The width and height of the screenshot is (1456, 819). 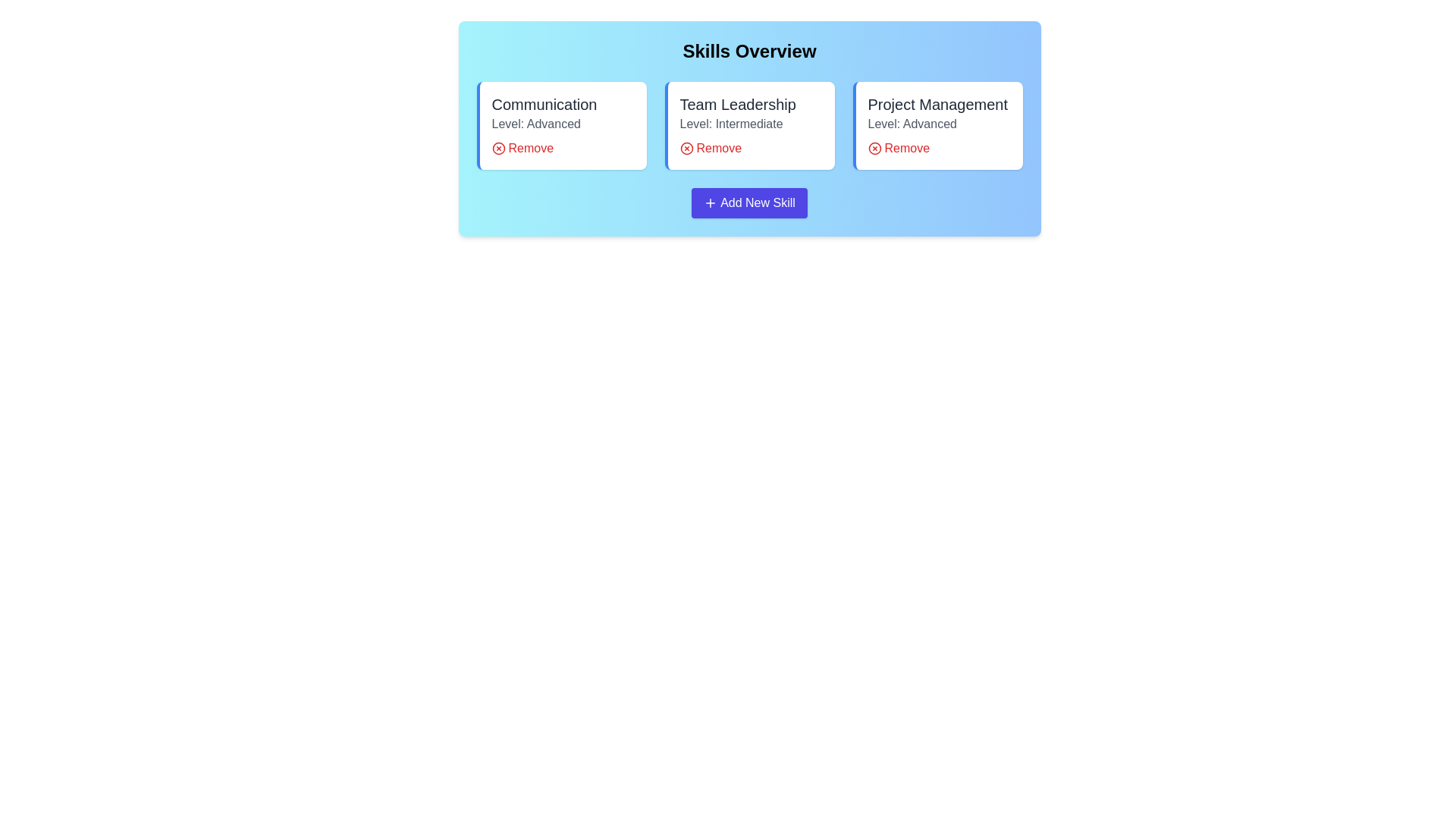 I want to click on the 'Skills Overview' heading, so click(x=749, y=51).